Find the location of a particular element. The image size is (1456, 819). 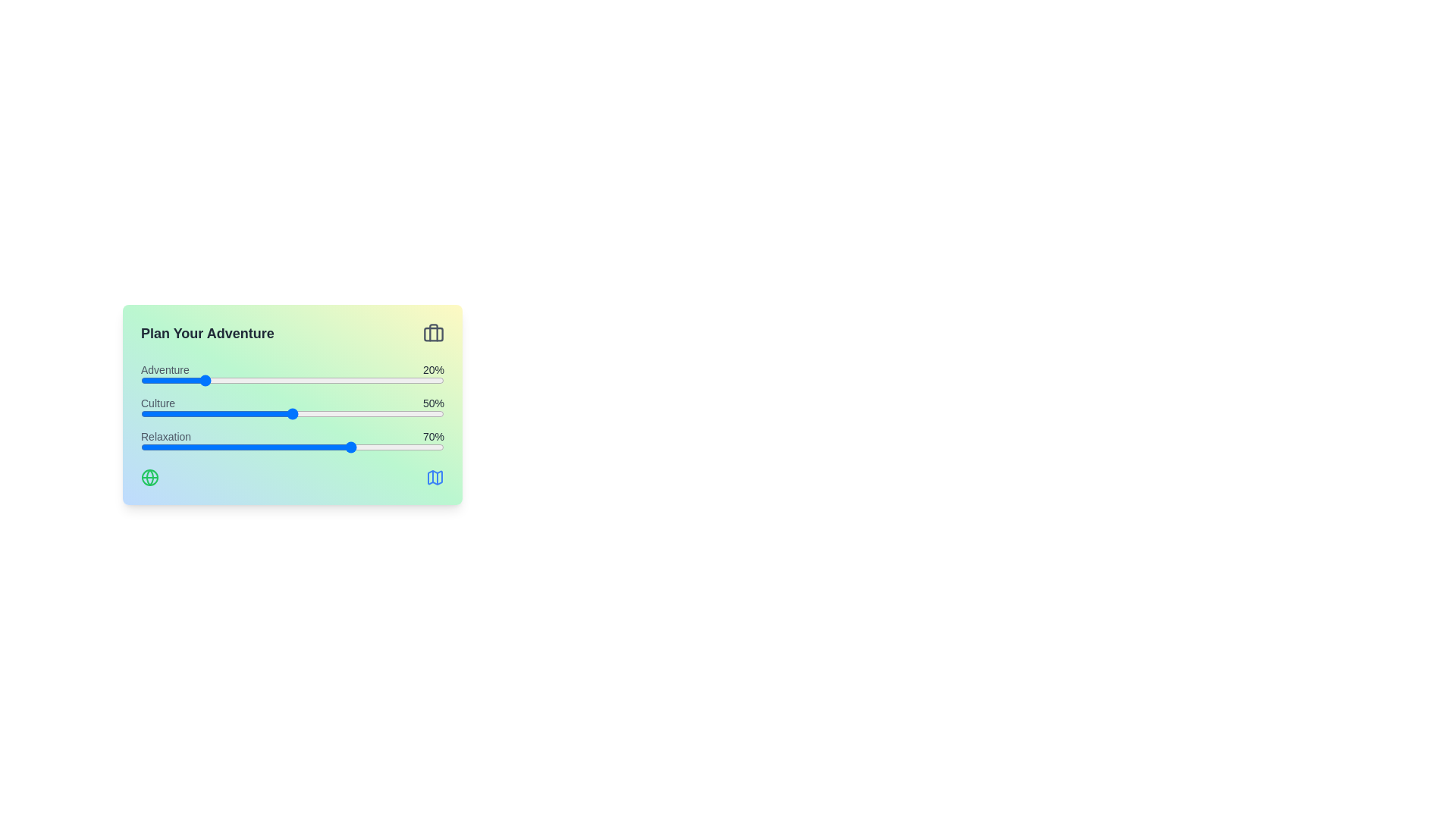

the 'Culture' slider to 15% is located at coordinates (185, 414).